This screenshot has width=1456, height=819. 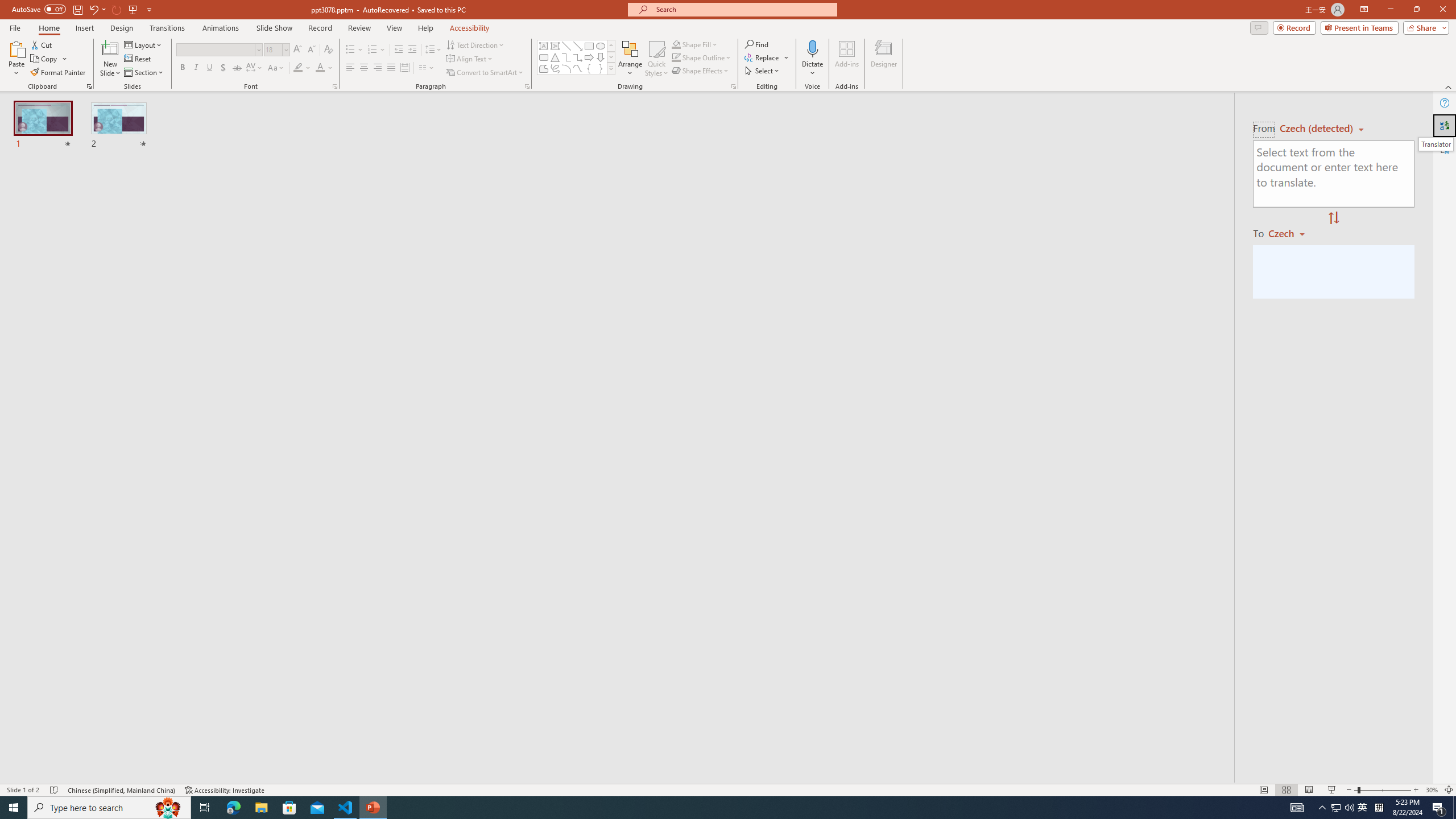 What do you see at coordinates (195, 67) in the screenshot?
I see `'Italic'` at bounding box center [195, 67].